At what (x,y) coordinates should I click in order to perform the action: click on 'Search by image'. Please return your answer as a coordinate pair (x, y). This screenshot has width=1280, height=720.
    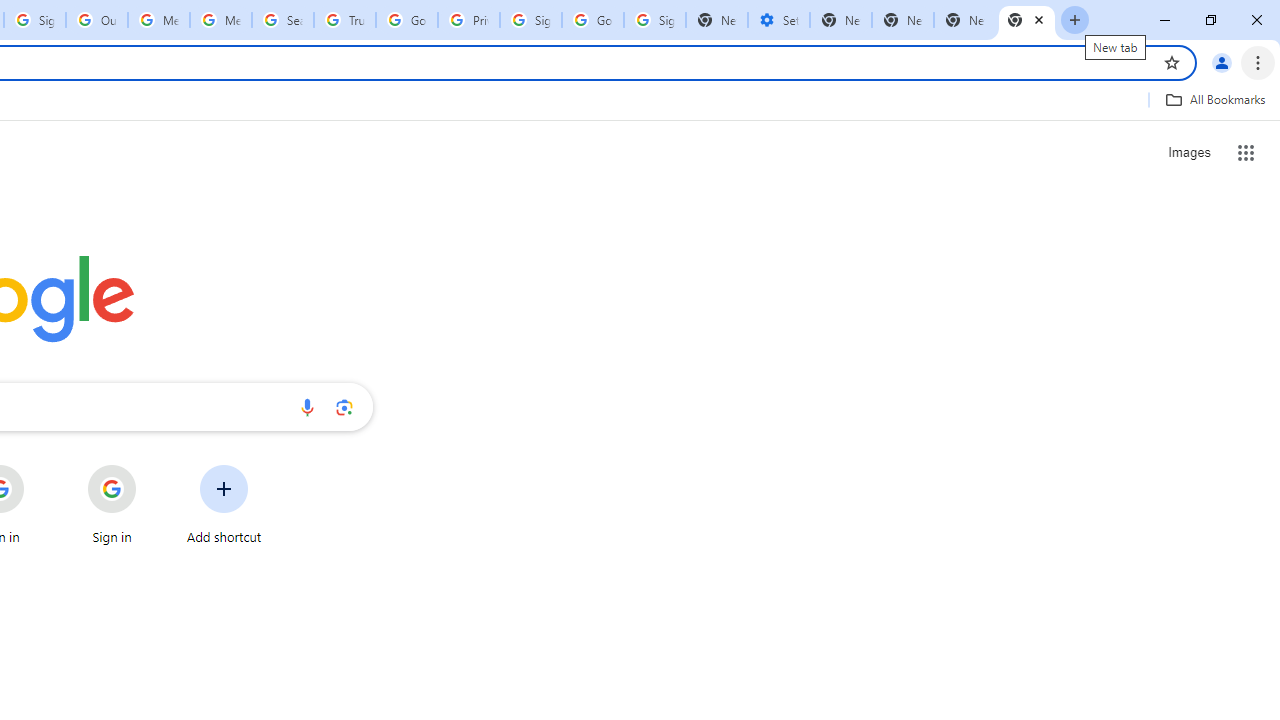
    Looking at the image, I should click on (344, 406).